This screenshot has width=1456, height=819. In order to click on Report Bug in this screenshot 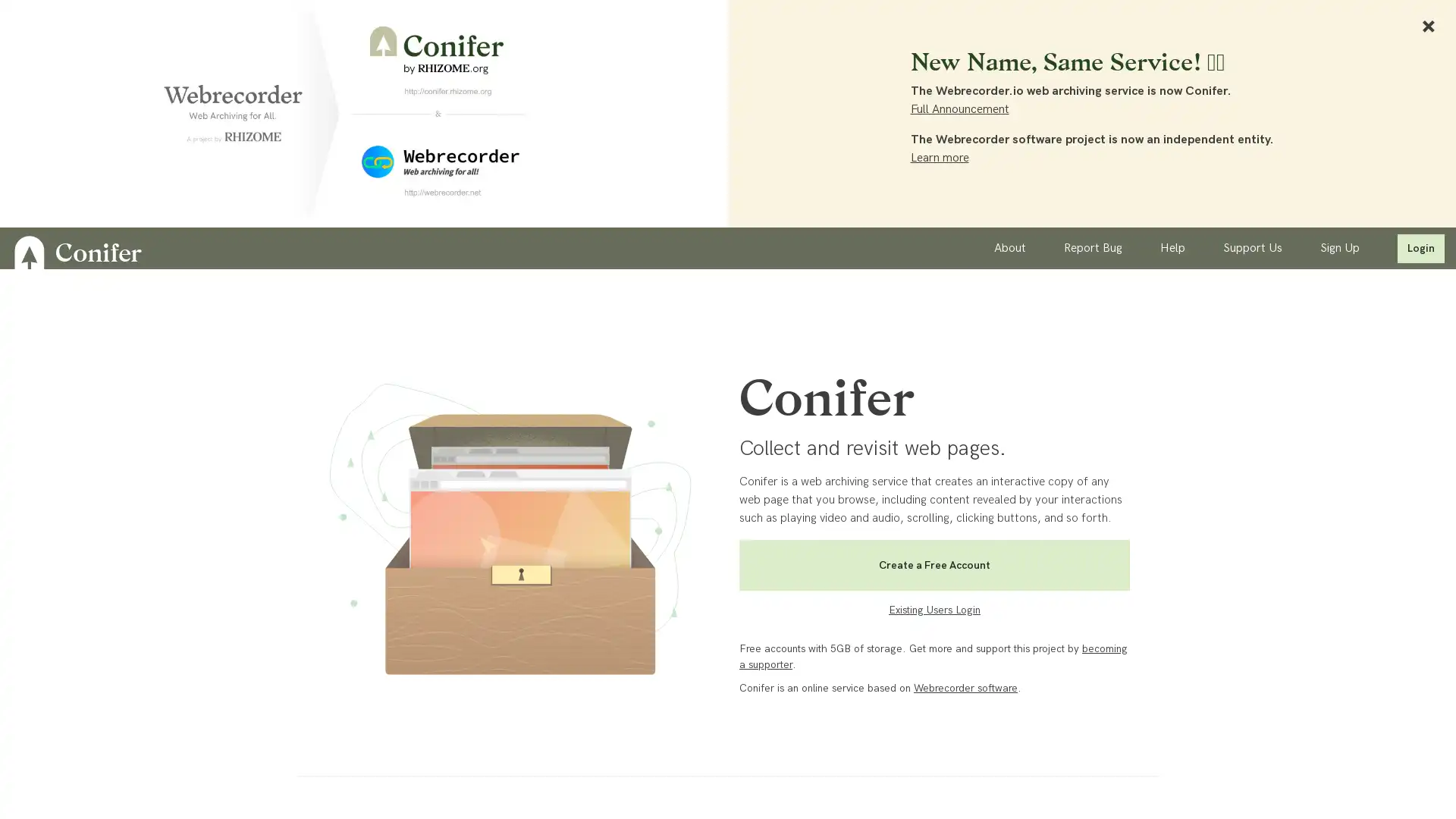, I will do `click(1093, 247)`.